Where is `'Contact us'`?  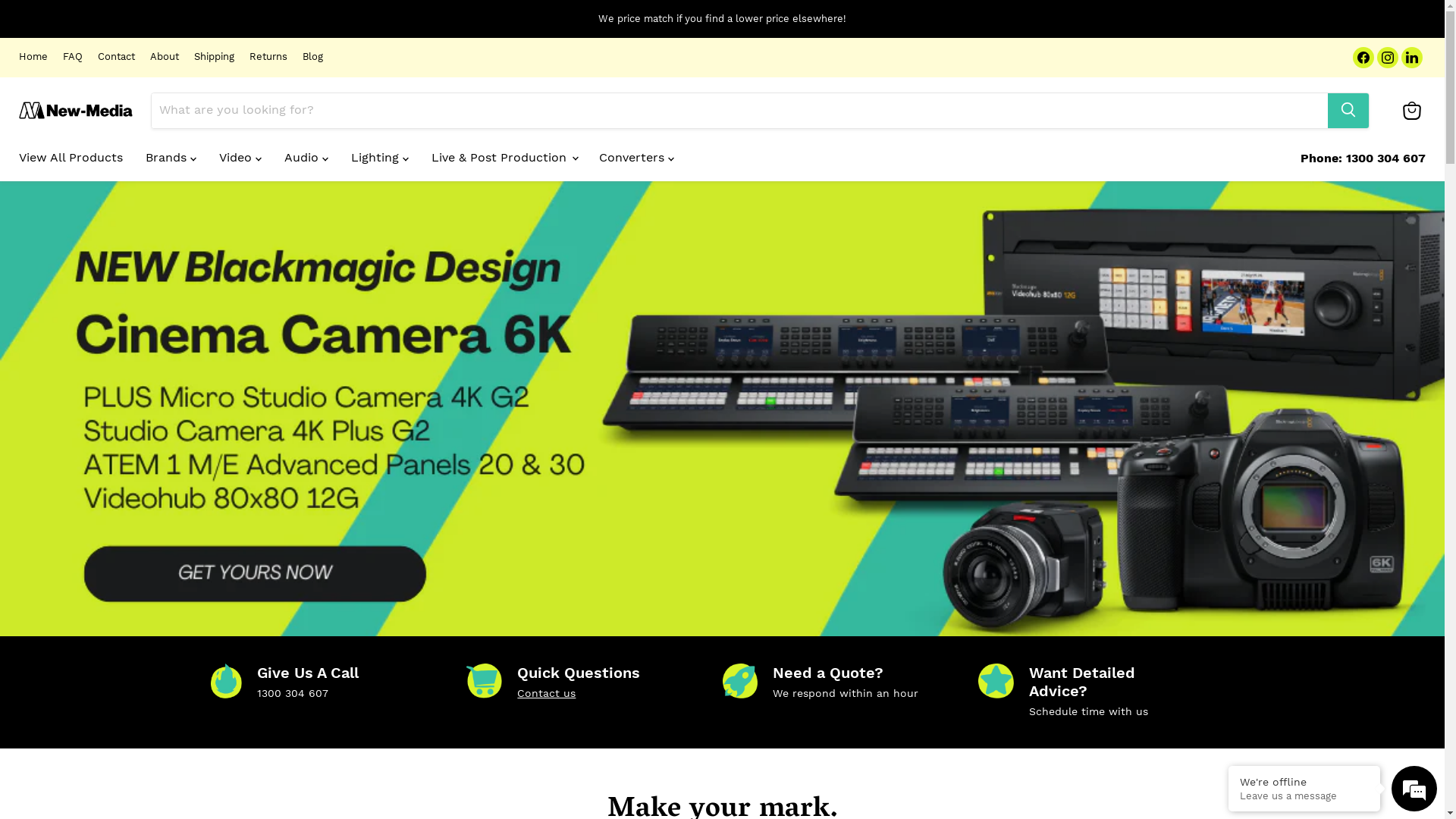
'Contact us' is located at coordinates (546, 693).